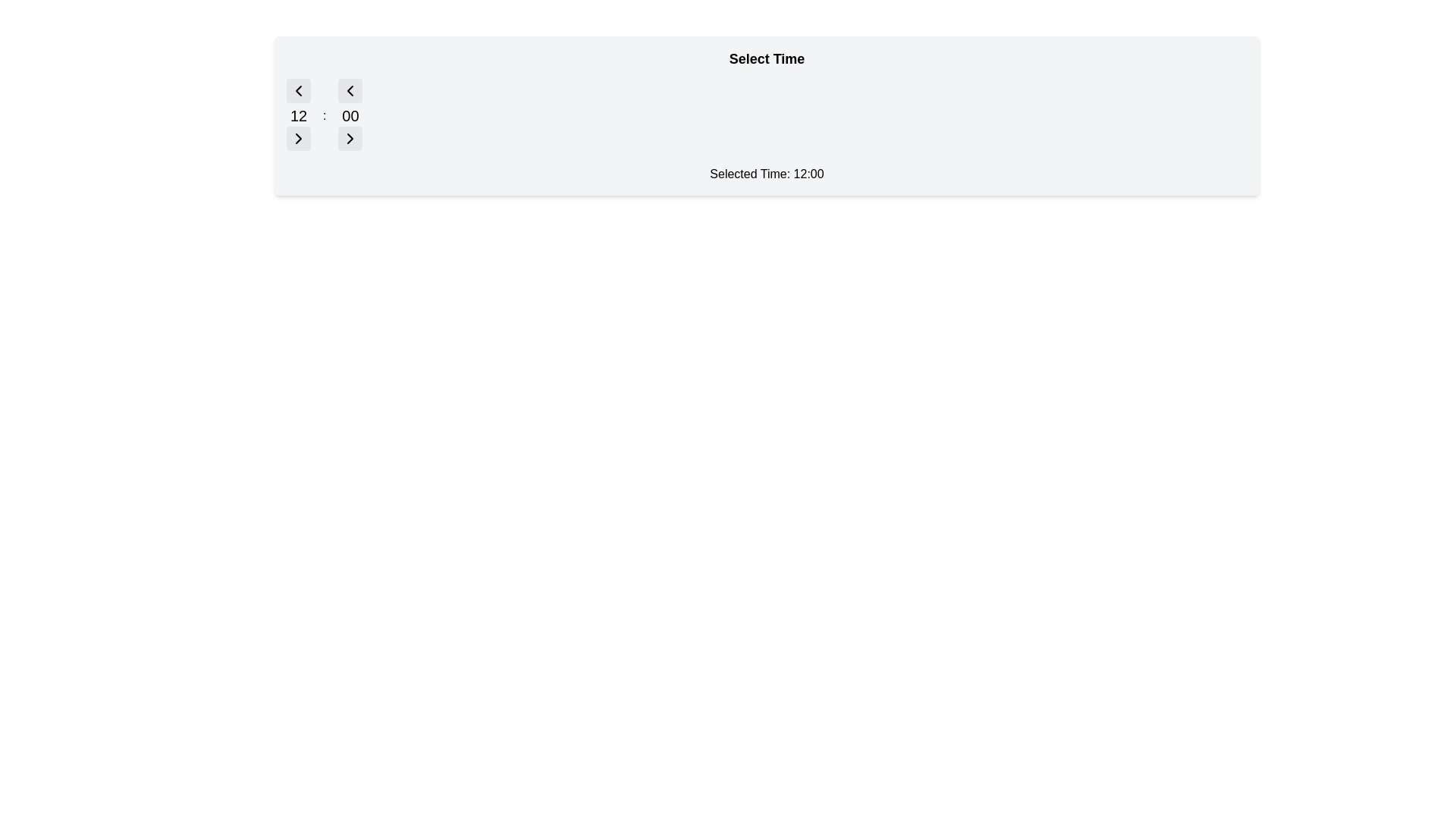 The width and height of the screenshot is (1456, 819). I want to click on the text label displaying the current hour in the time-selection control, located between the 'Increase Hour' and 'Decrease Hour' buttons, so click(298, 115).